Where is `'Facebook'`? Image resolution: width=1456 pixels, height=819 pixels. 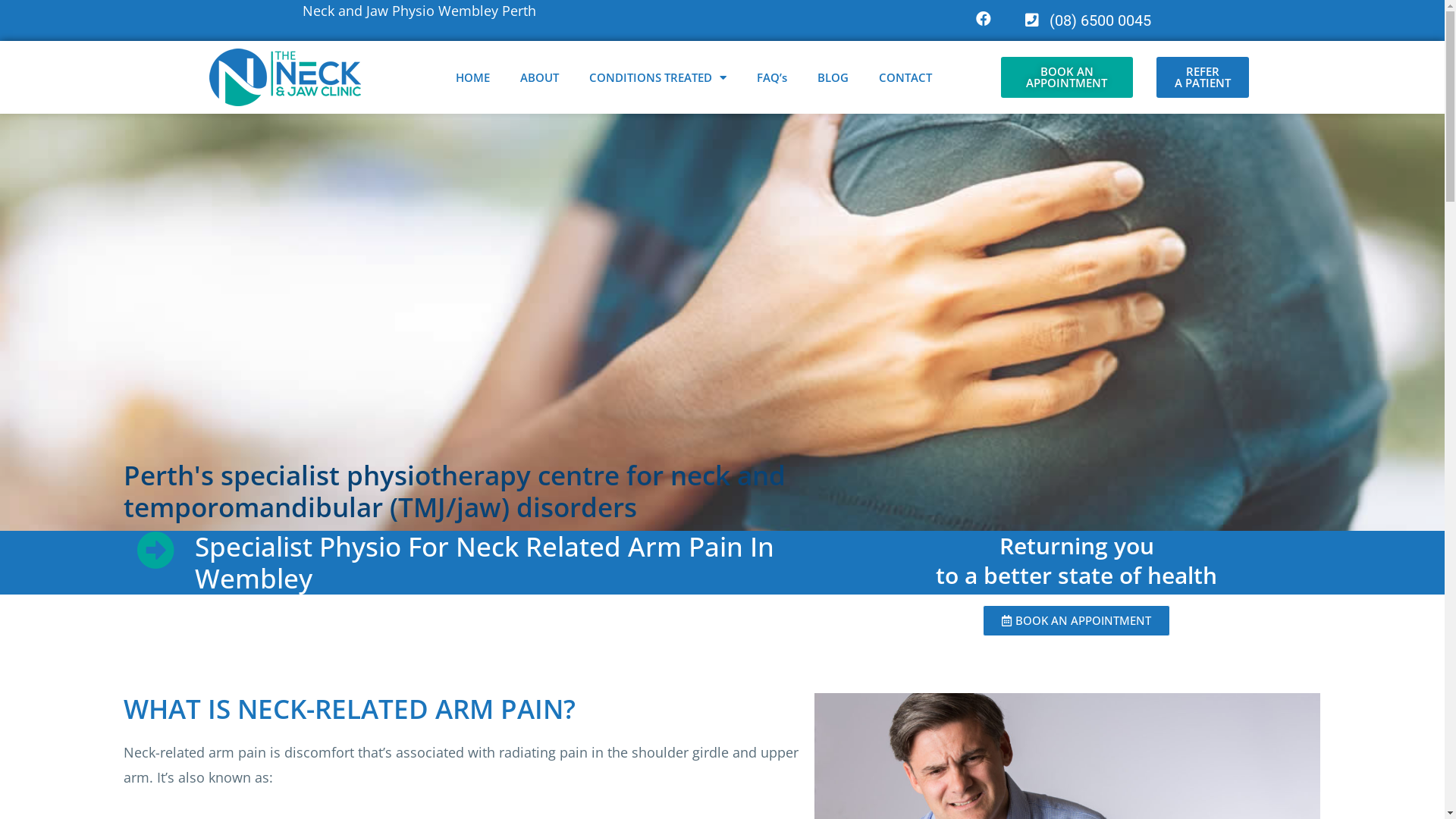 'Facebook' is located at coordinates (967, 18).